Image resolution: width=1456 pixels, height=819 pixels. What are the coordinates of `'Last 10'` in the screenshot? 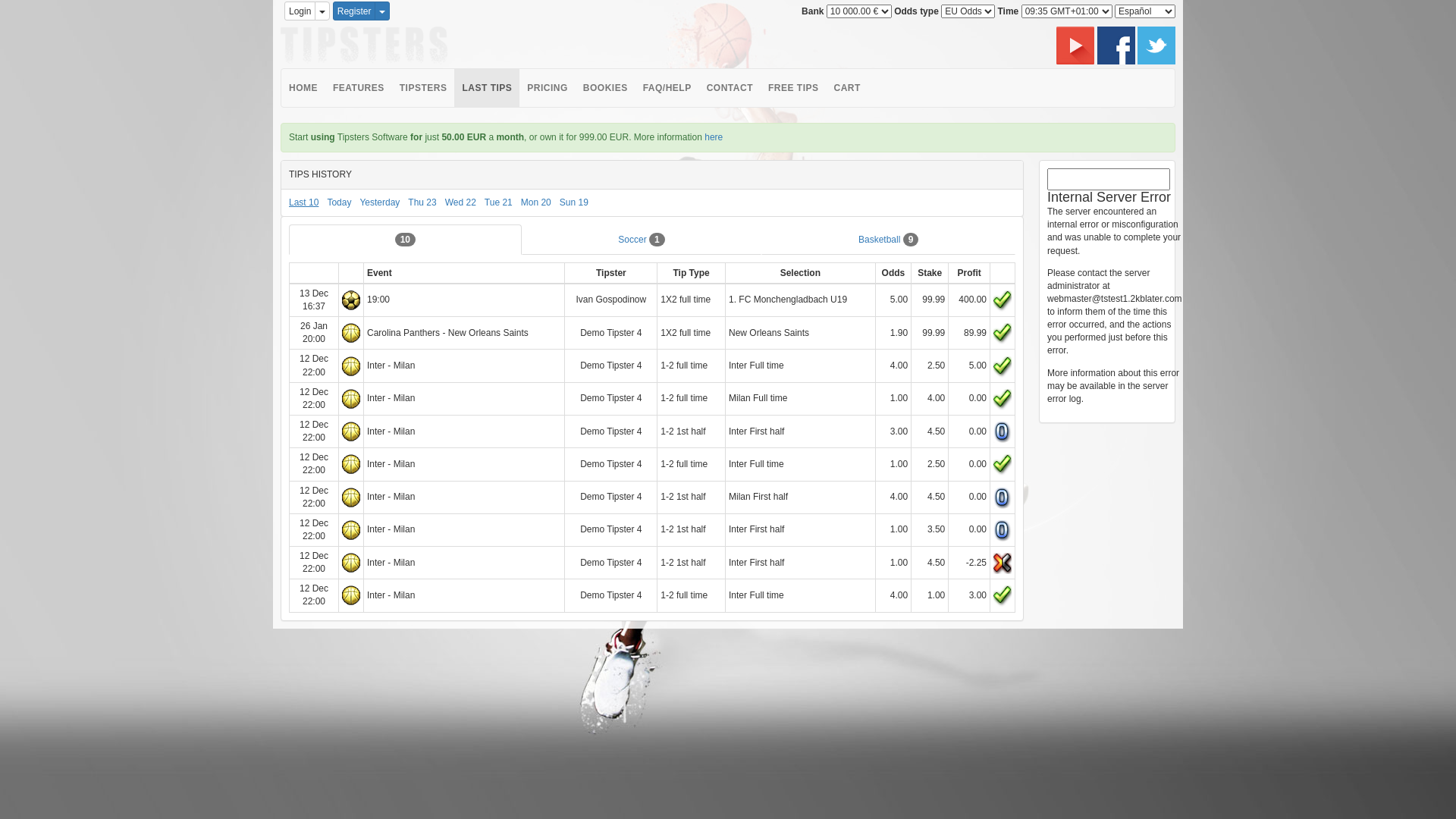 It's located at (303, 201).